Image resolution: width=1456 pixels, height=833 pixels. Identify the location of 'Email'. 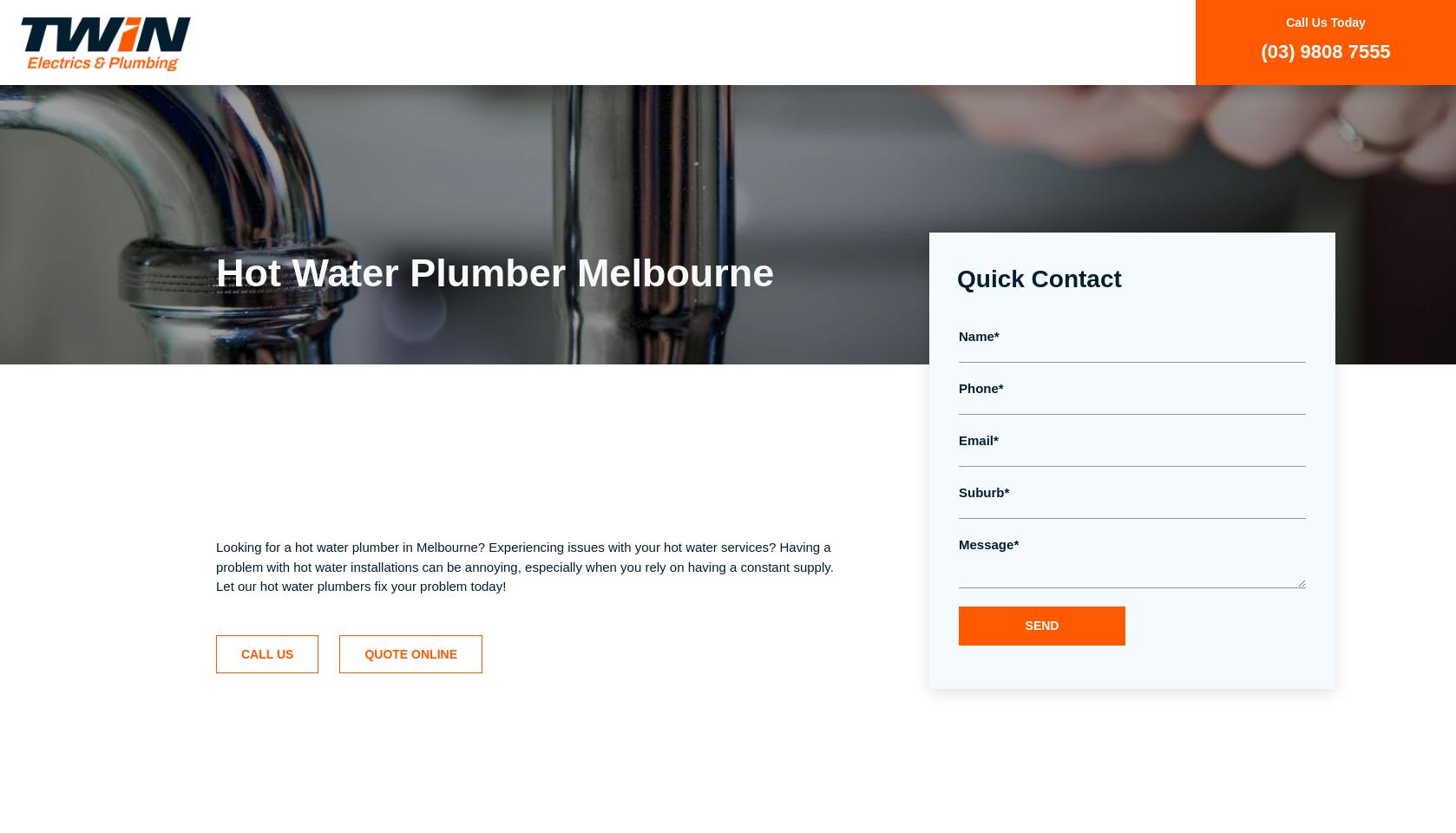
(975, 439).